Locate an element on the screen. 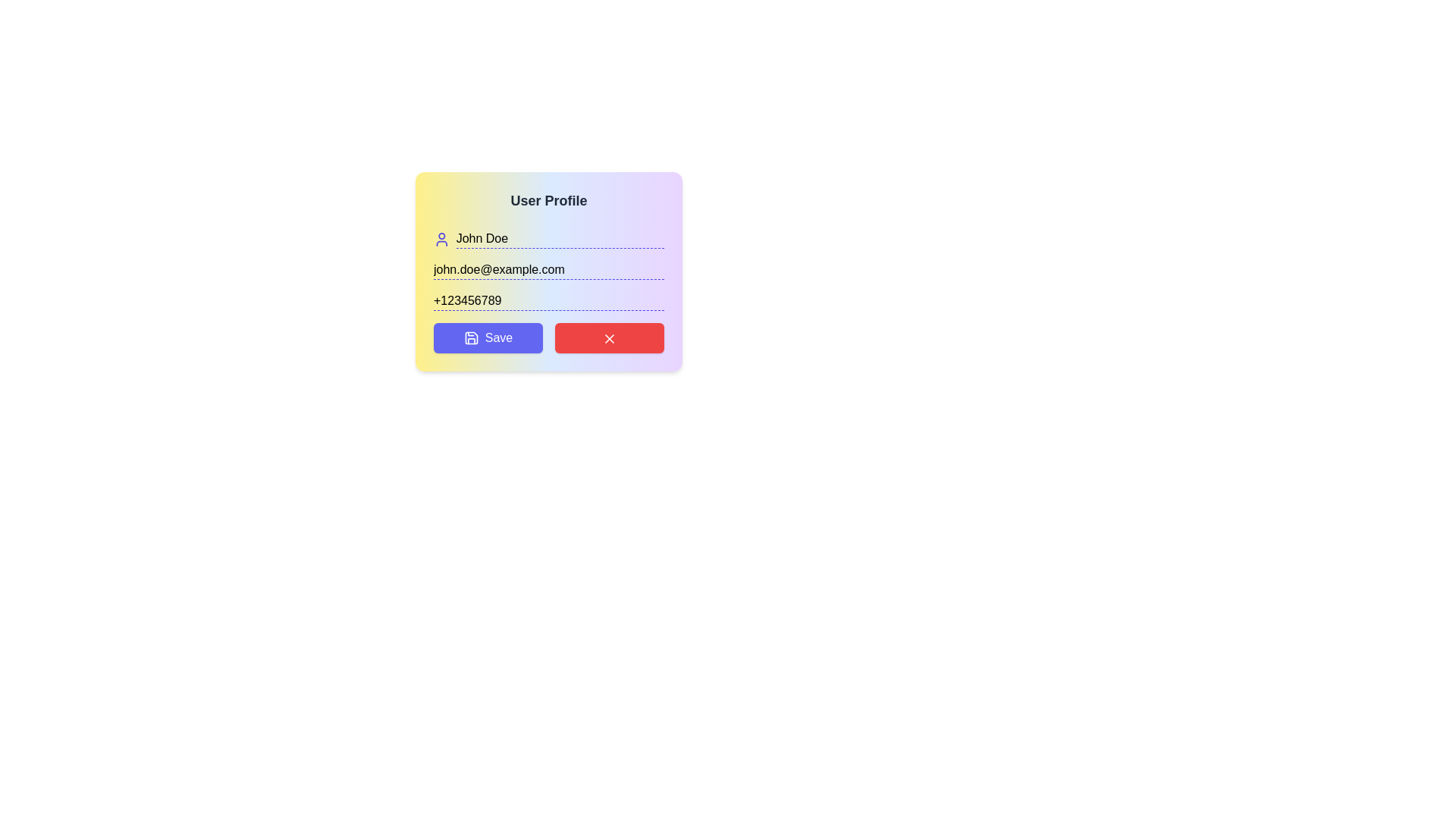 This screenshot has height=819, width=1456. the 'Save' button, which is a white text button centered within a blue rectangular area with rounded edges, located at the bottom left of the user profile card is located at coordinates (498, 337).